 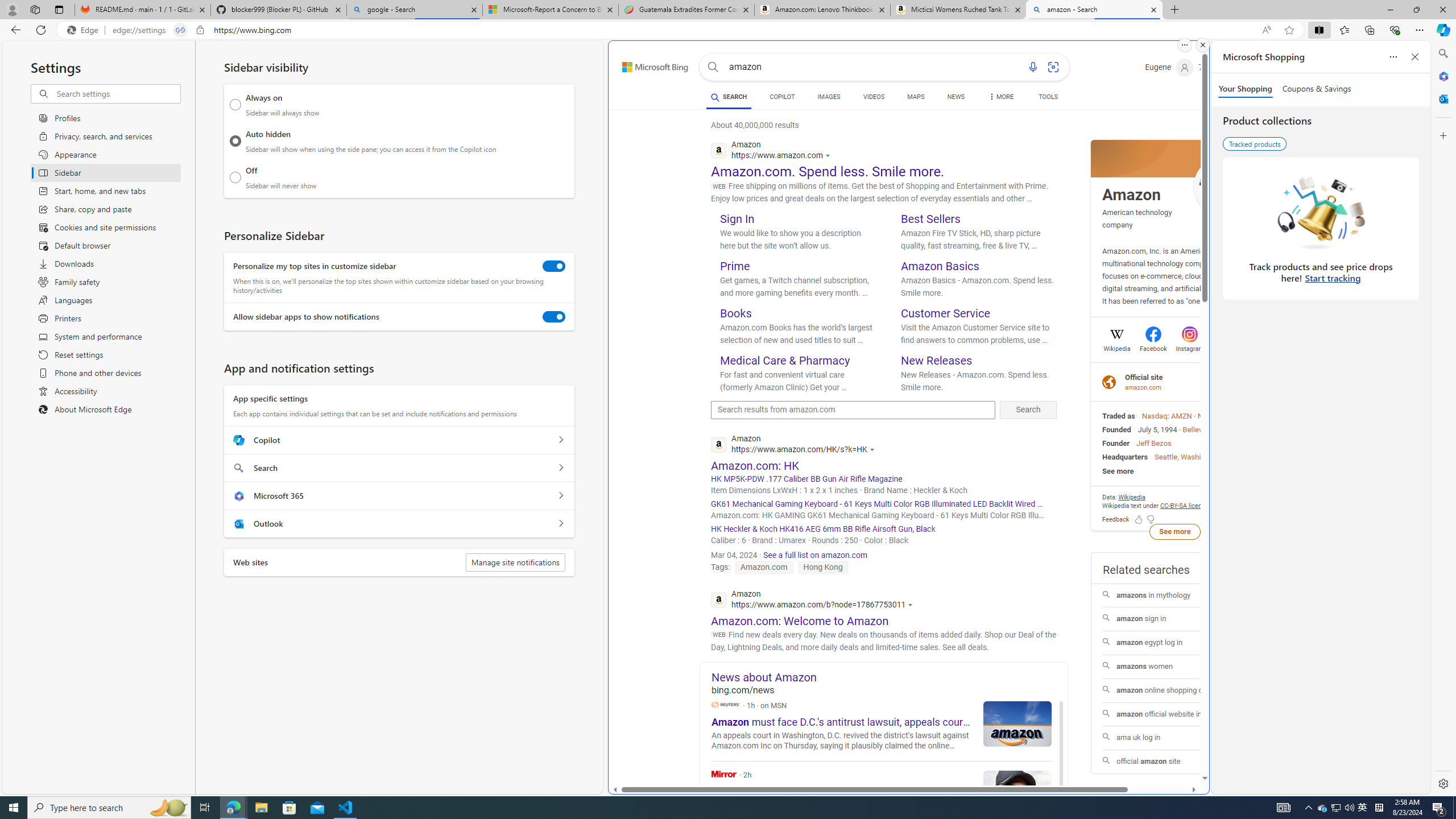 What do you see at coordinates (1174, 761) in the screenshot?
I see `'official amazon site'` at bounding box center [1174, 761].